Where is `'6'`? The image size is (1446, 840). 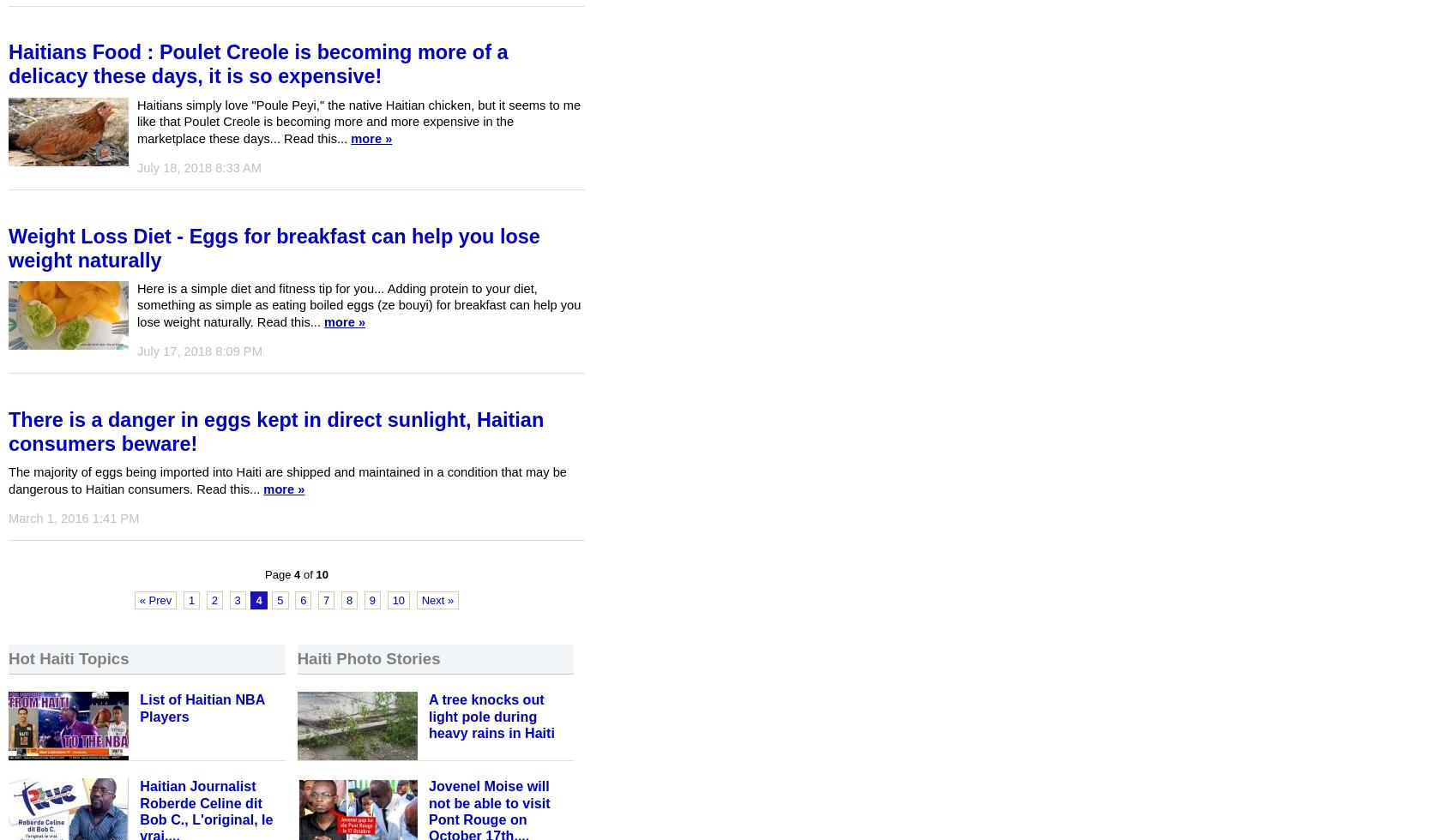
'6' is located at coordinates (299, 599).